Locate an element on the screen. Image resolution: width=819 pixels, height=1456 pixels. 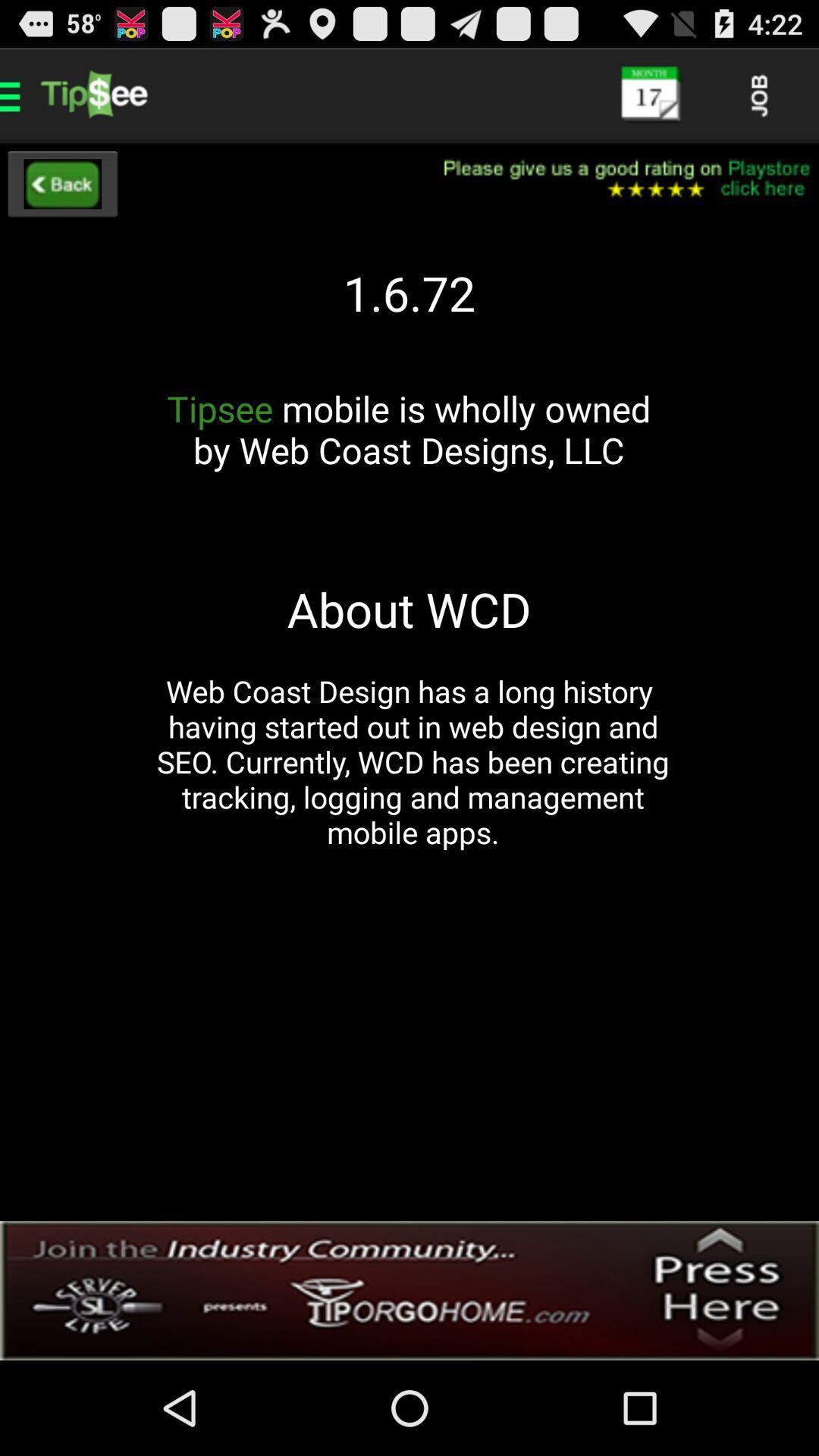
option to join a community is located at coordinates (409, 1290).